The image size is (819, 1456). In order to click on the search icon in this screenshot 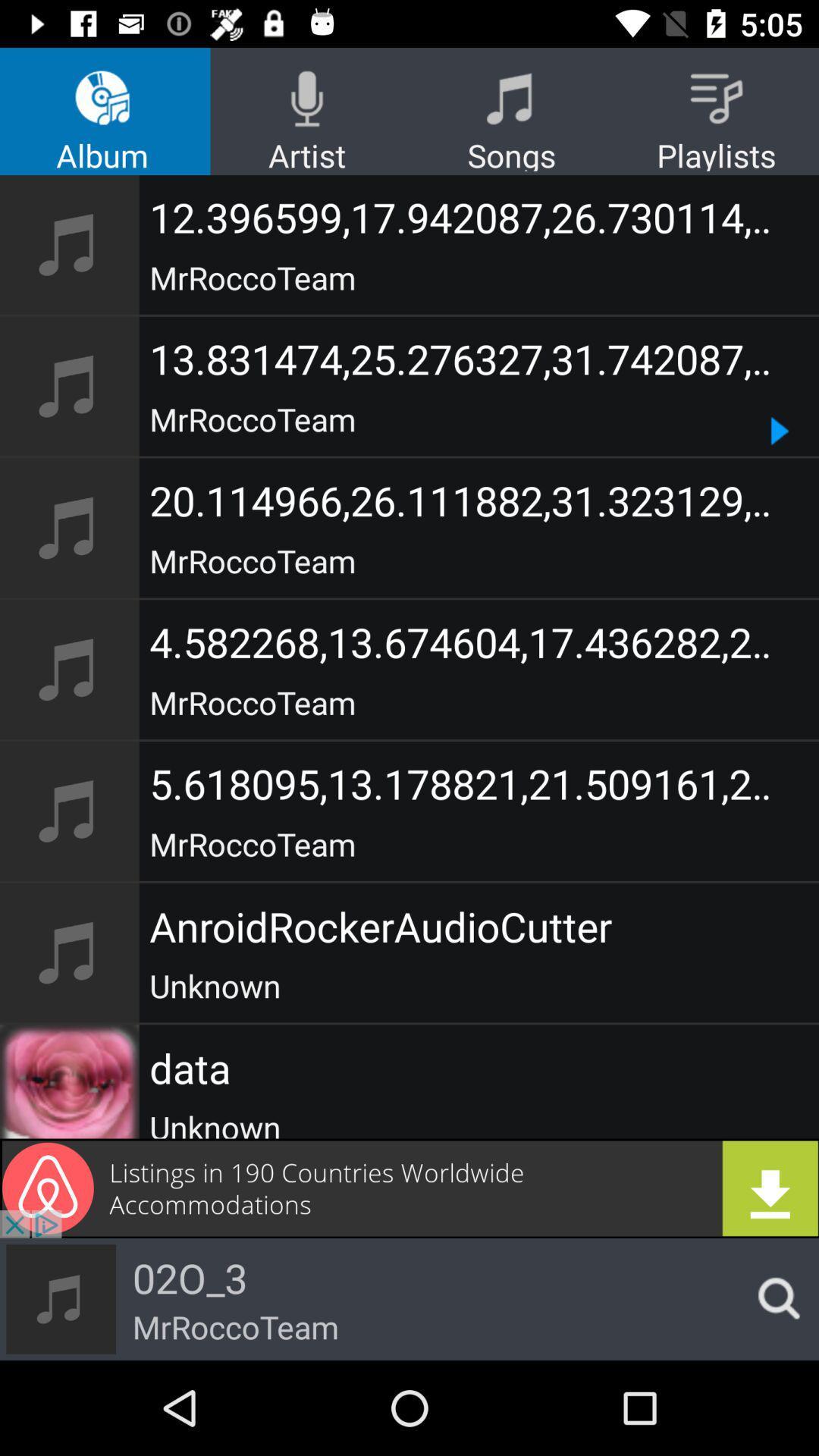, I will do `click(774, 1298)`.